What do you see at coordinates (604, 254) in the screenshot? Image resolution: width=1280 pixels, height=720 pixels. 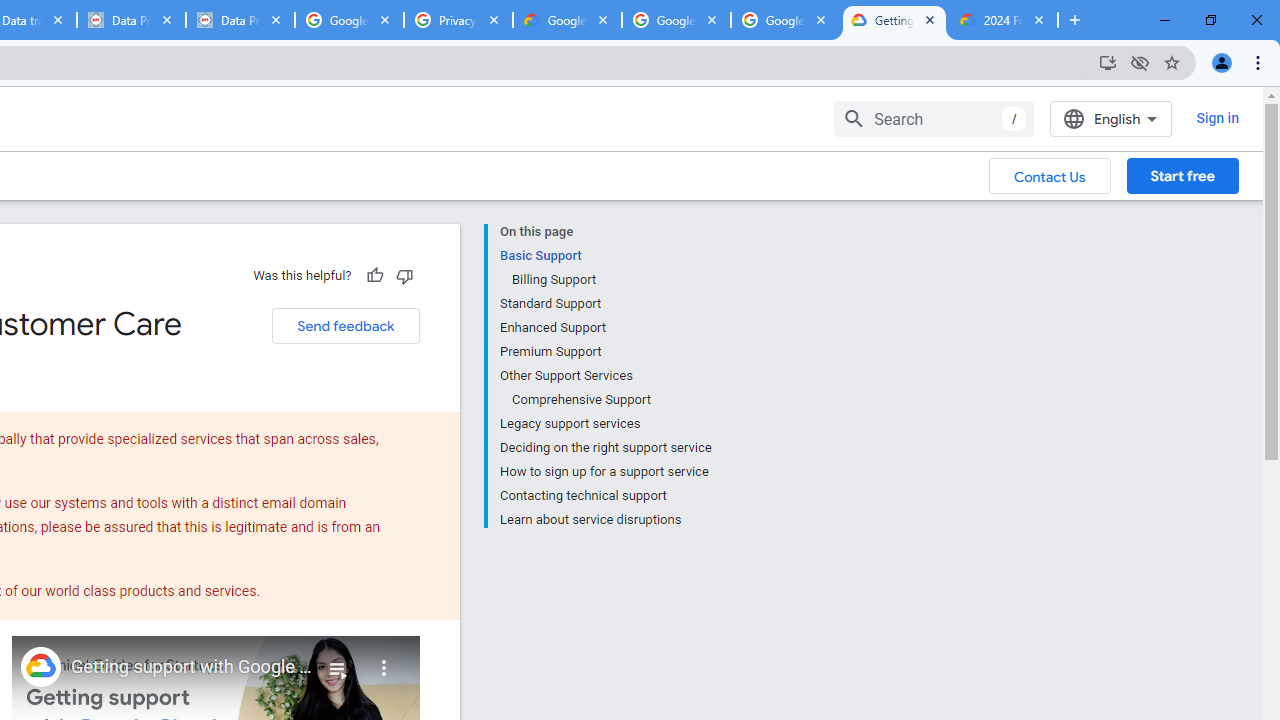 I see `'Basic Support'` at bounding box center [604, 254].